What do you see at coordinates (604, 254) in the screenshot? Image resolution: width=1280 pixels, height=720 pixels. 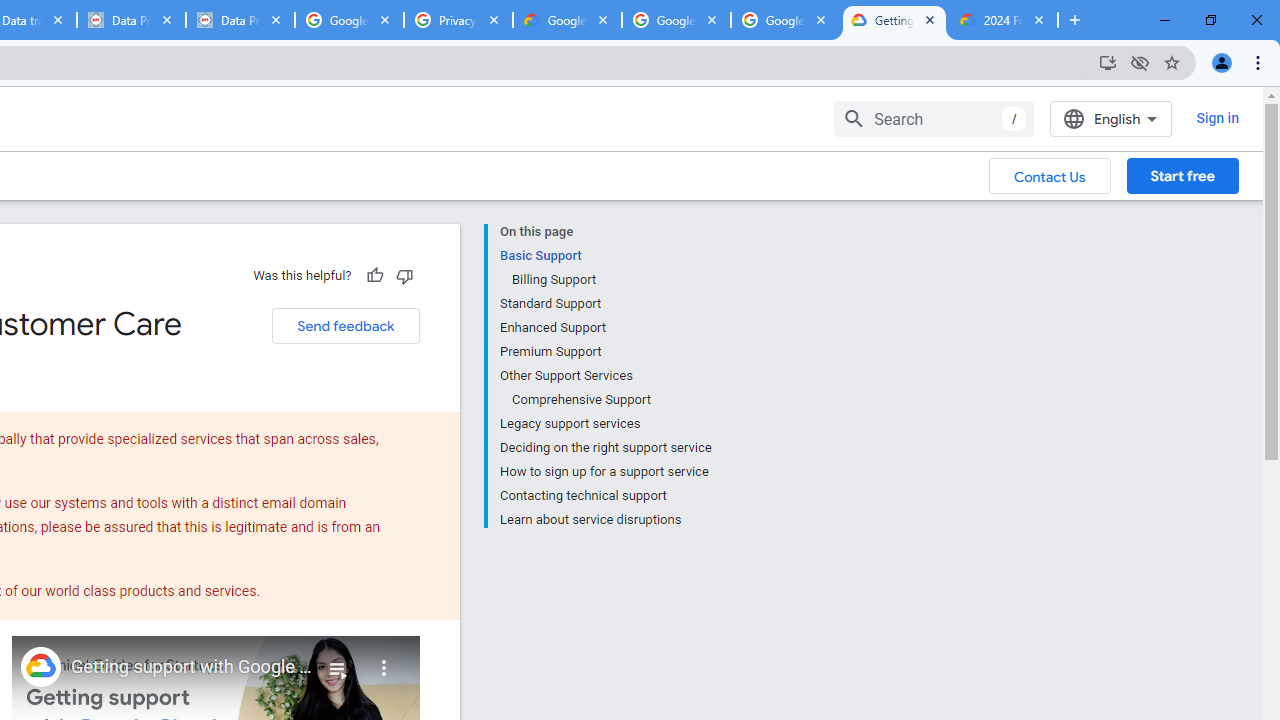 I see `'Basic Support'` at bounding box center [604, 254].